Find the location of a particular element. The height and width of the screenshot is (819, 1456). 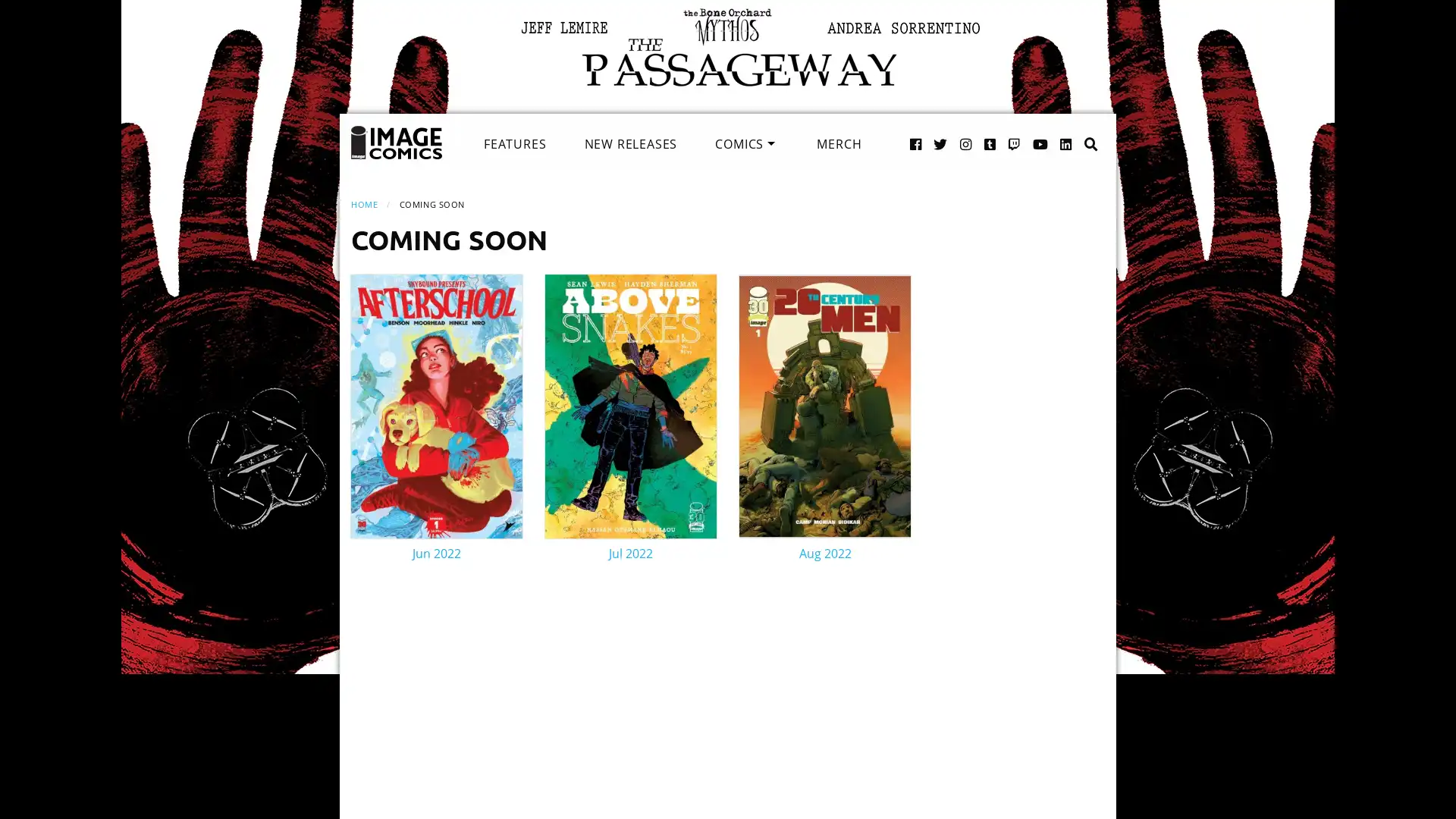

Search is located at coordinates (1075, 127).